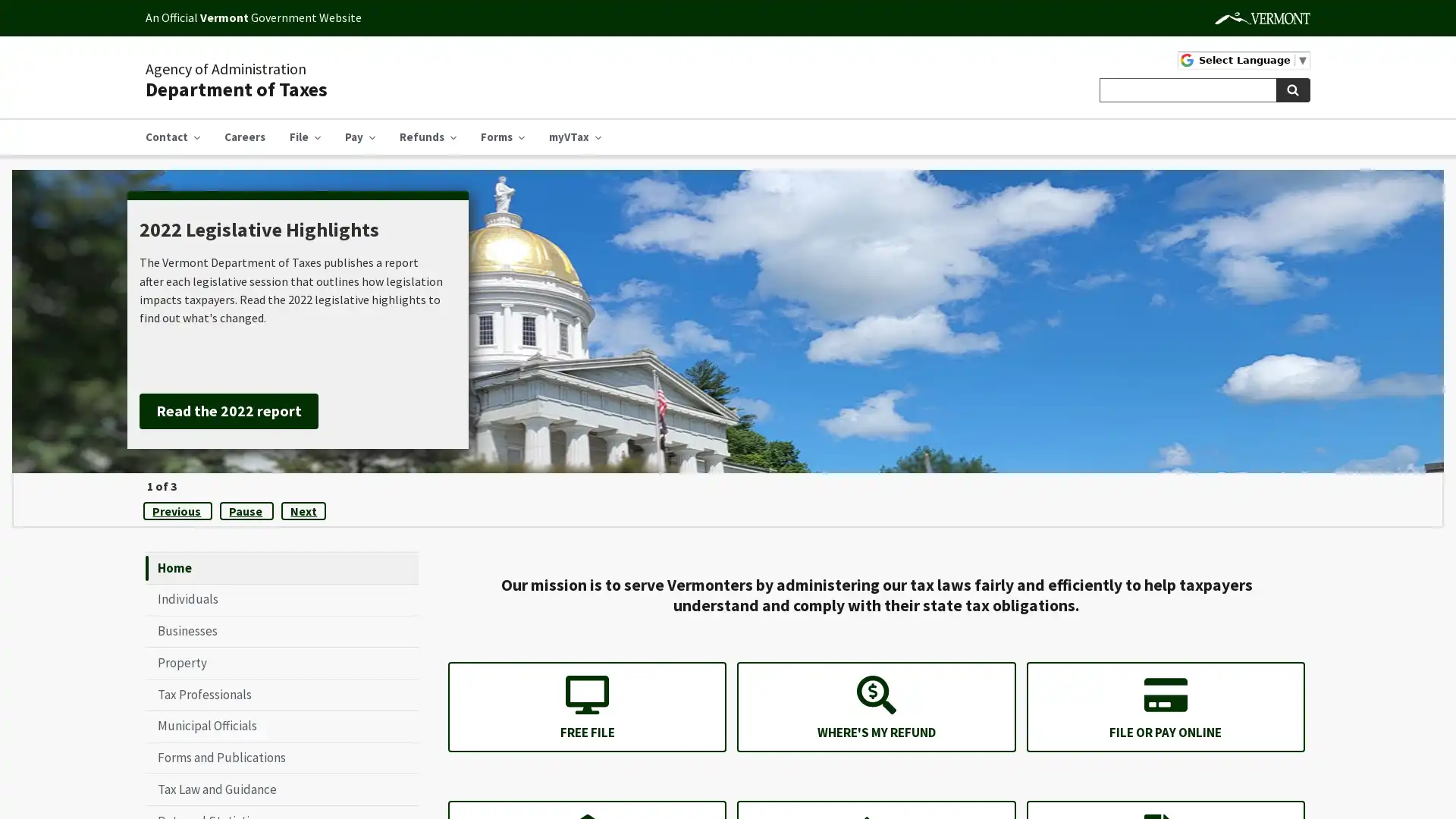  What do you see at coordinates (359, 137) in the screenshot?
I see `Pay` at bounding box center [359, 137].